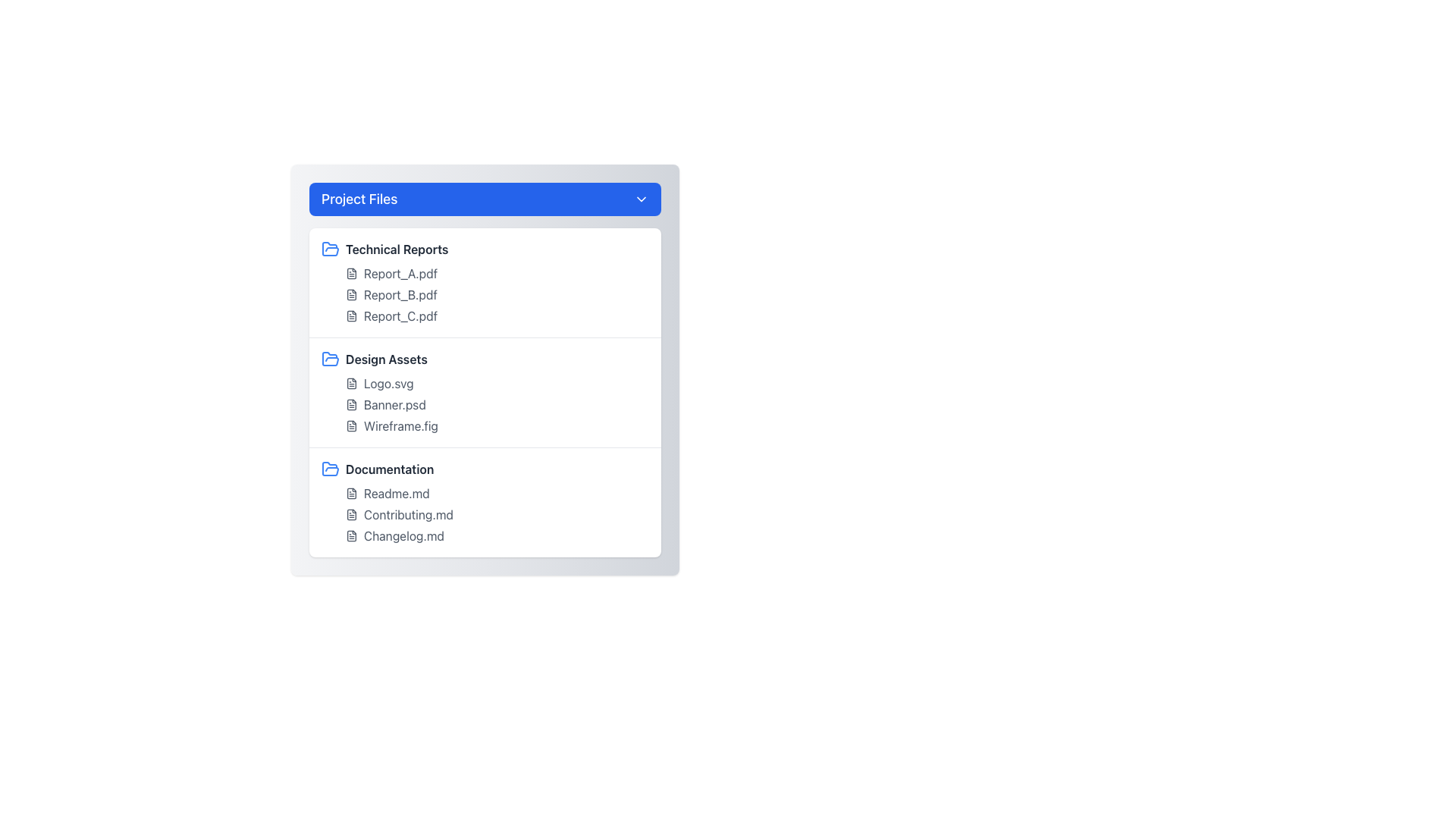  What do you see at coordinates (351, 535) in the screenshot?
I see `the small gray file icon resembling a document with a folded corner, located to the left of the text label 'Changelog.md' in the 'Documentation' section` at bounding box center [351, 535].